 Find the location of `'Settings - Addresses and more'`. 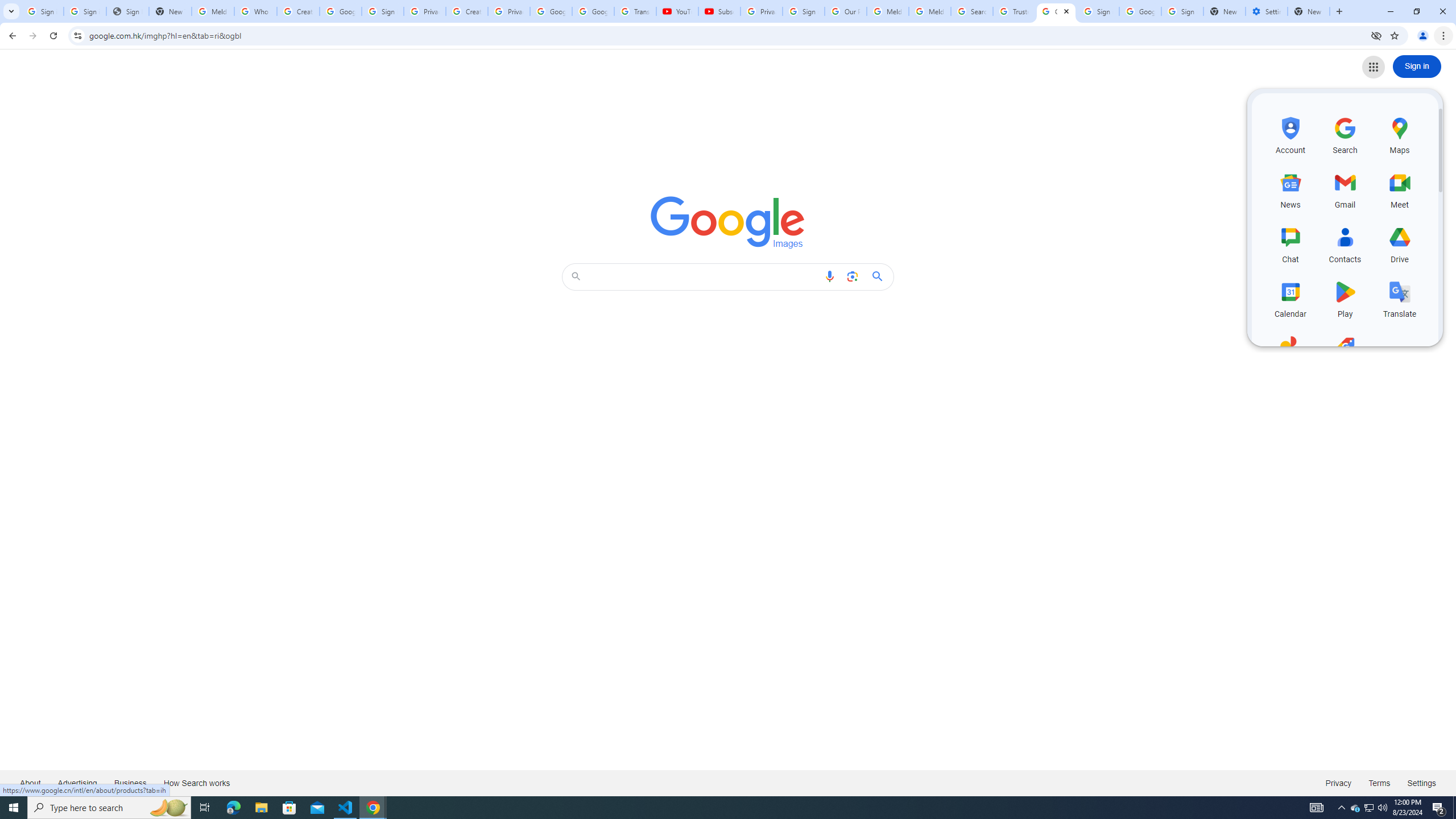

'Settings - Addresses and more' is located at coordinates (1266, 11).